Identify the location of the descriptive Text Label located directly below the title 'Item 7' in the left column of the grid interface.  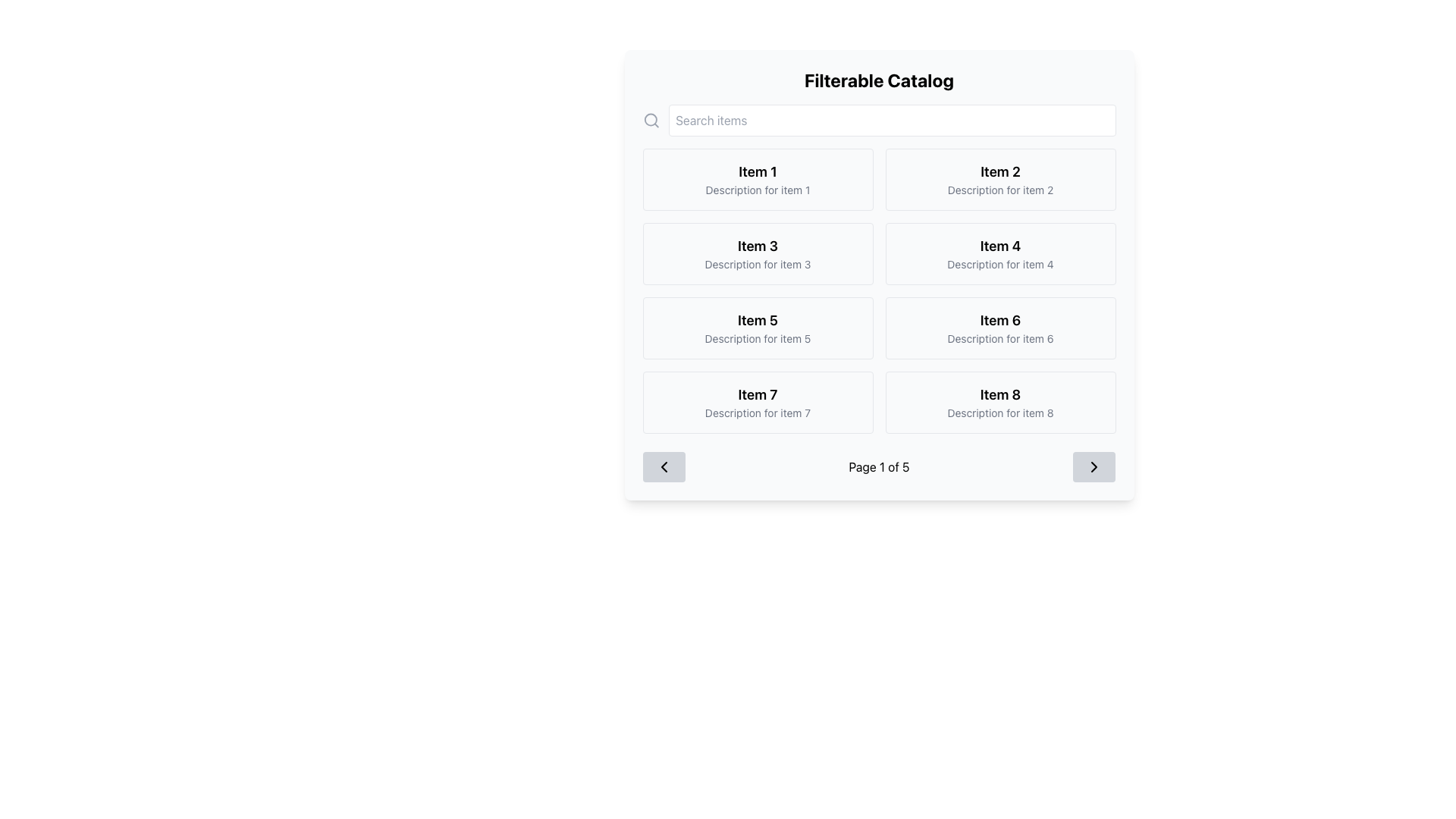
(758, 413).